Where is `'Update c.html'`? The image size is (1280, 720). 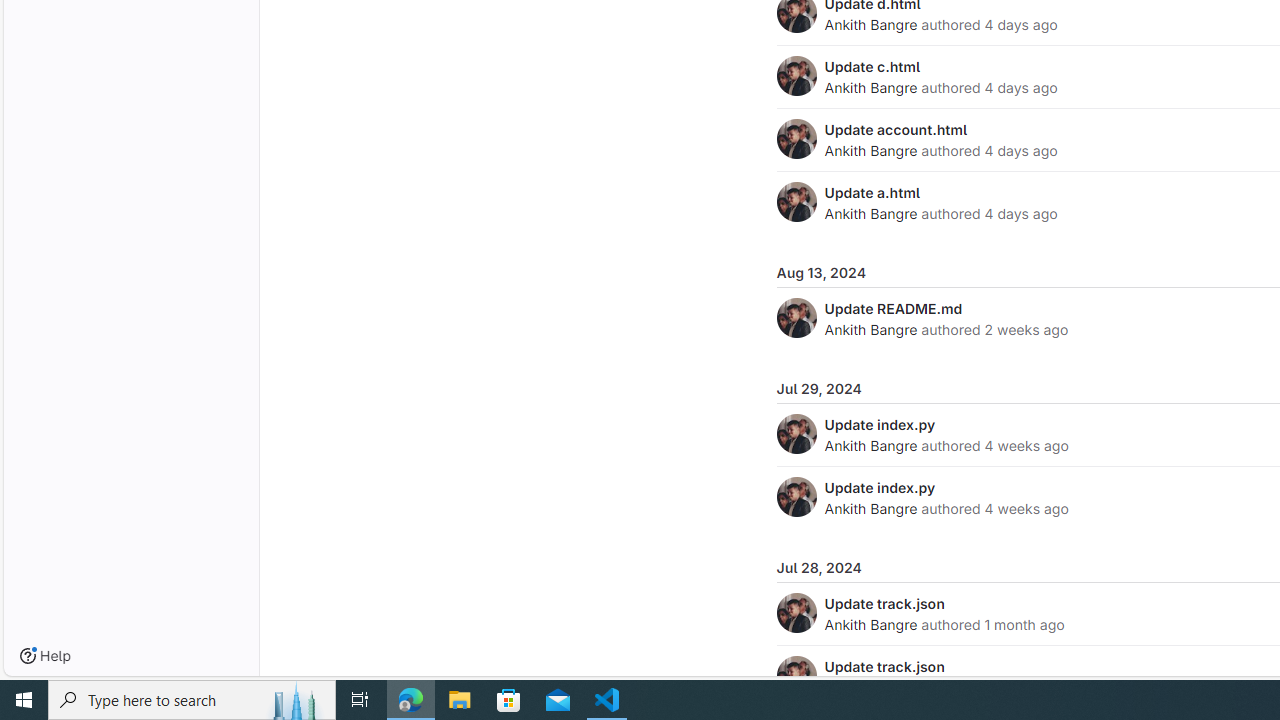 'Update c.html' is located at coordinates (872, 65).